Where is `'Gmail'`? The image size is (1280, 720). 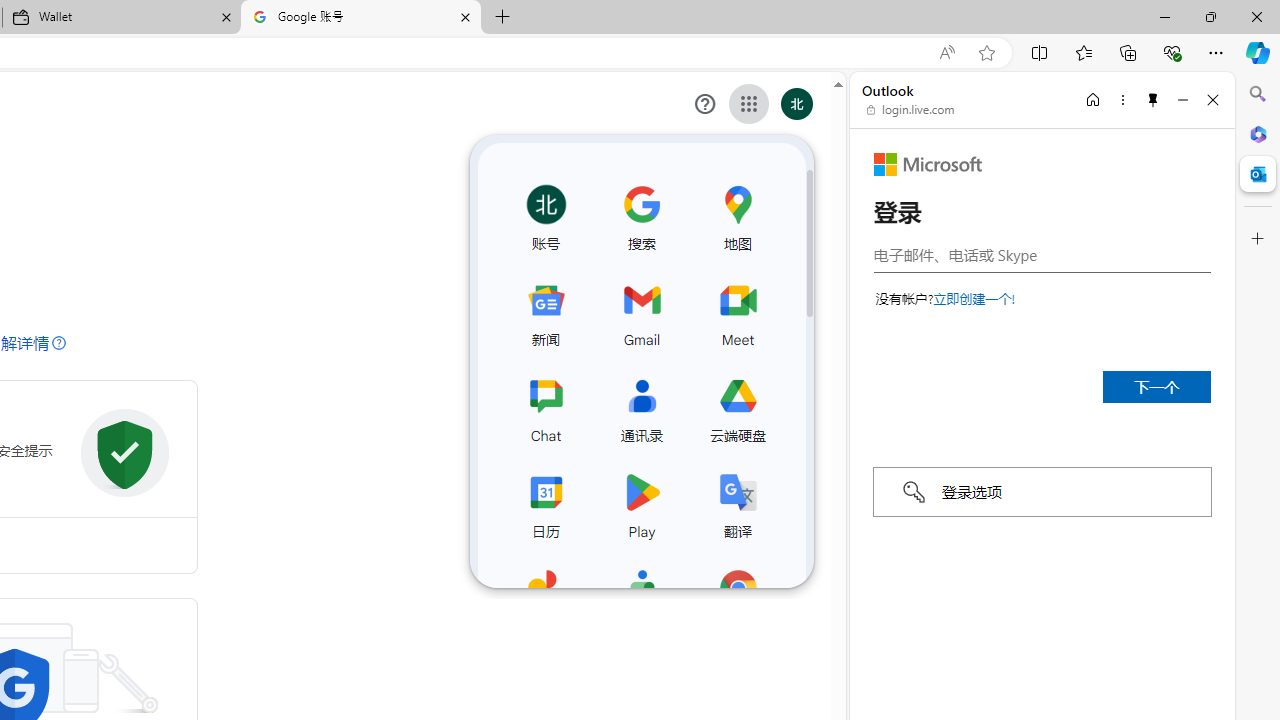
'Gmail' is located at coordinates (641, 311).